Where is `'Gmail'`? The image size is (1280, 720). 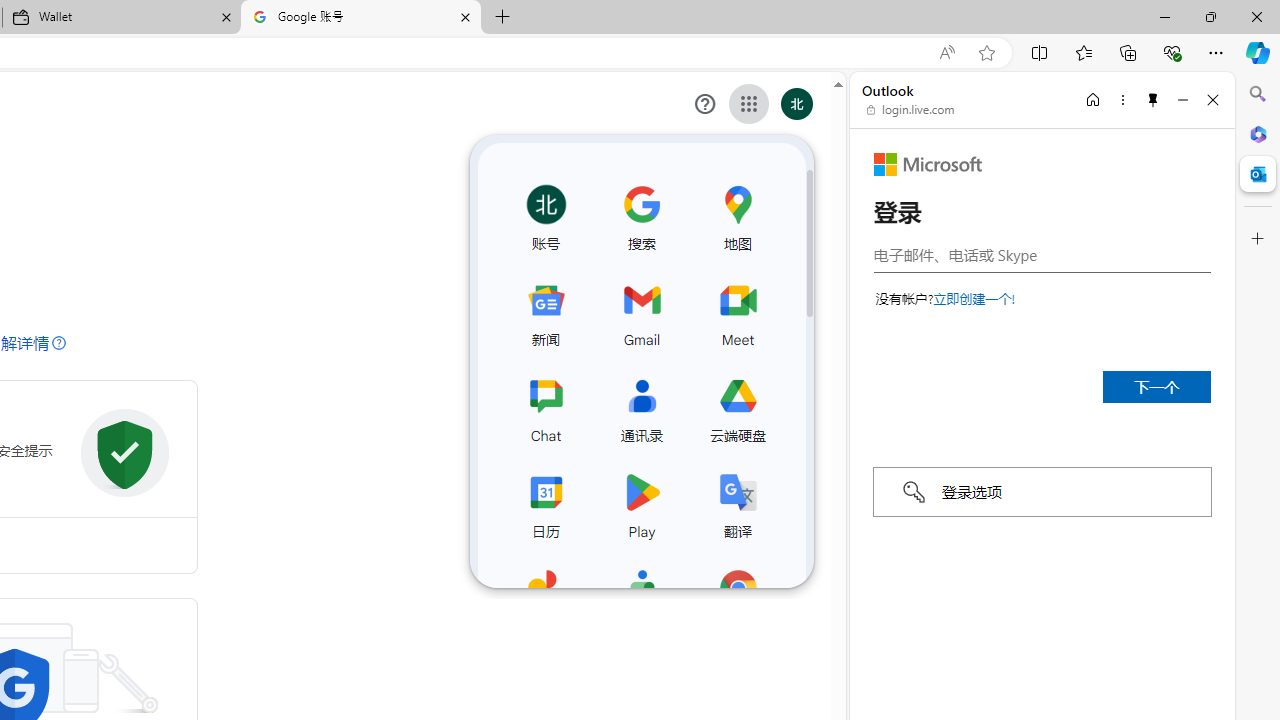
'Gmail' is located at coordinates (641, 311).